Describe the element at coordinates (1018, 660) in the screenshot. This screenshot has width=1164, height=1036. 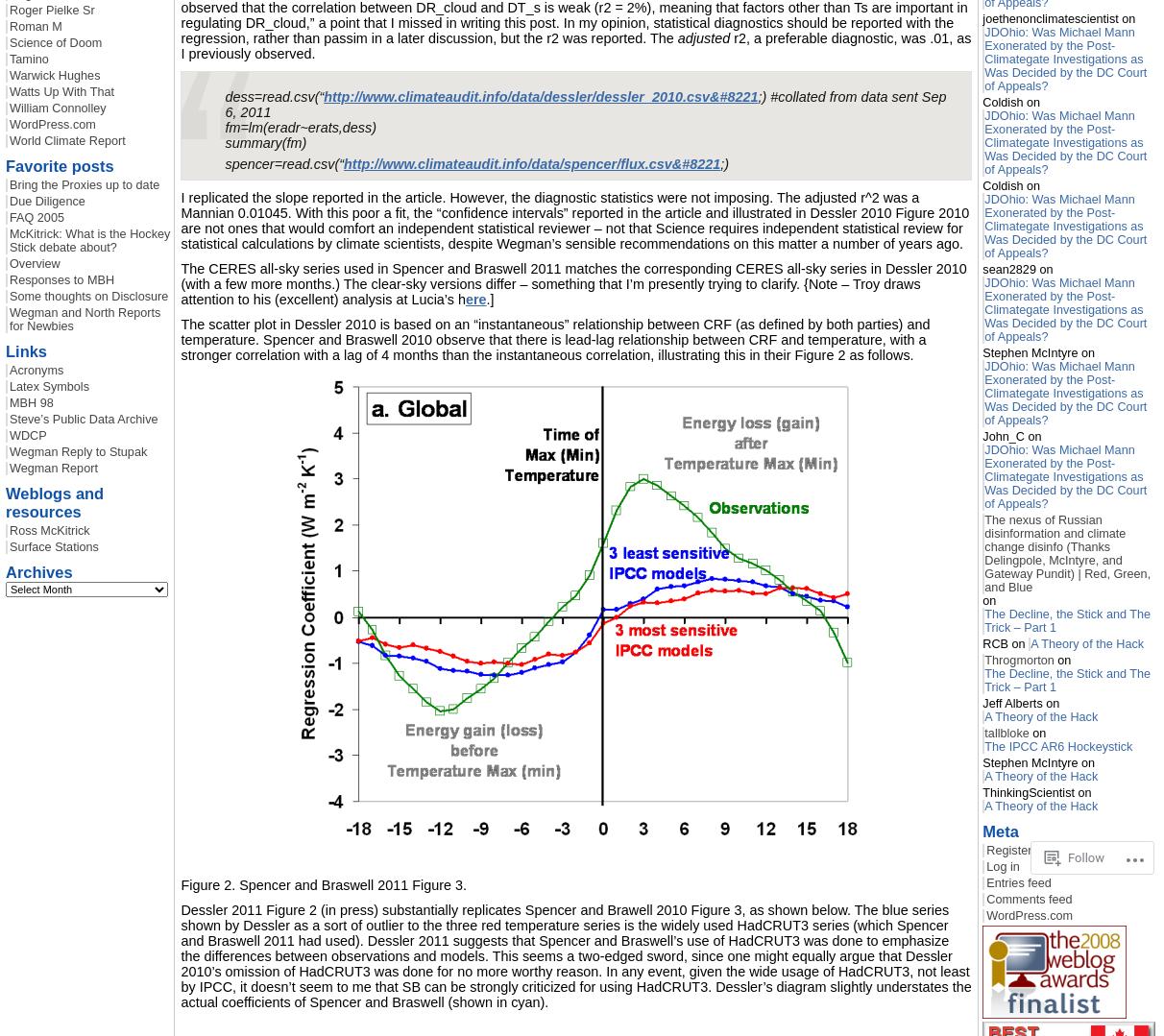
I see `'Throgmorton'` at that location.